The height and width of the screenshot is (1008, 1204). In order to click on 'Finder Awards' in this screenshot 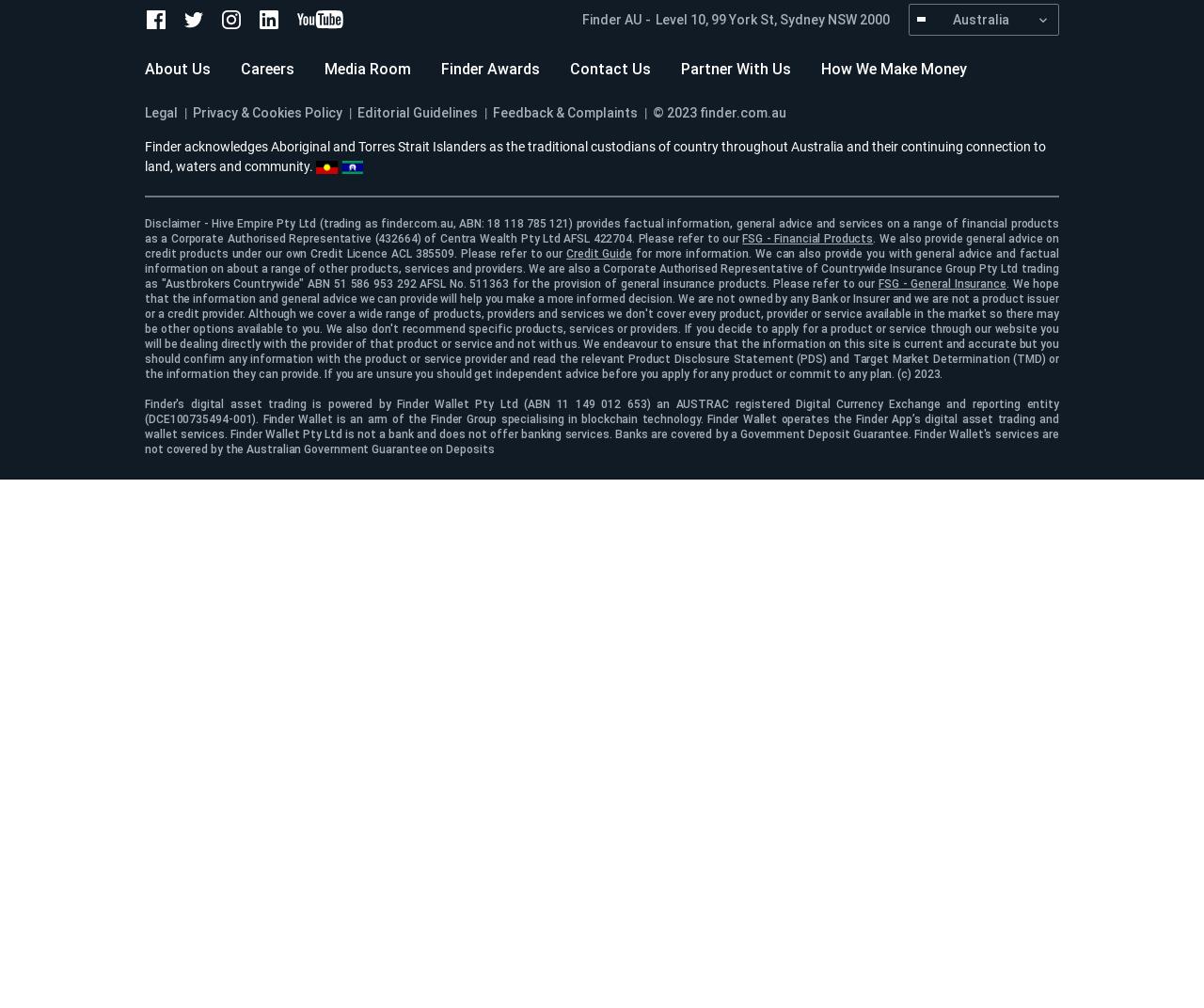, I will do `click(490, 68)`.